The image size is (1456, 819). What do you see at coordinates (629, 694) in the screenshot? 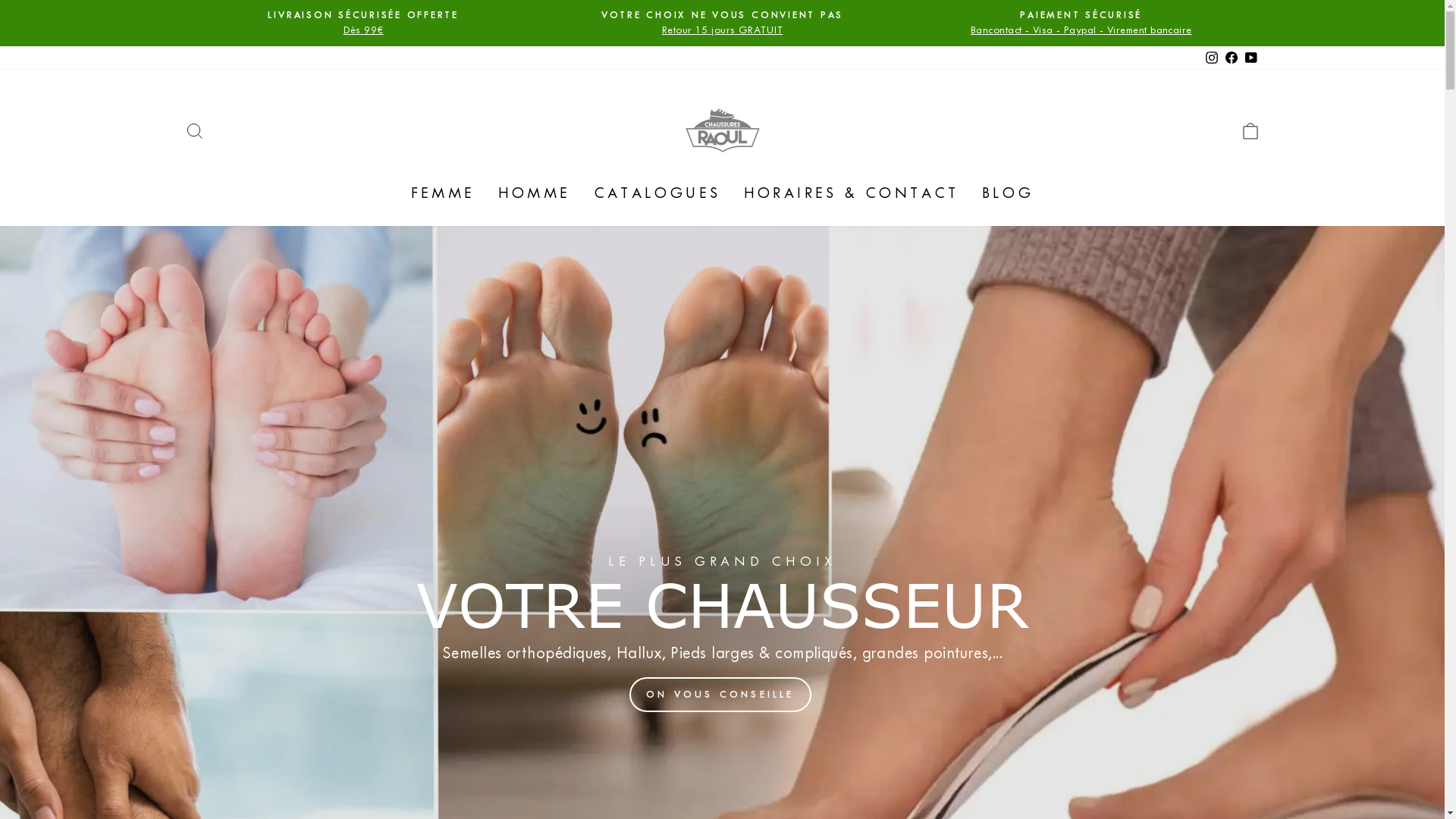
I see `'ON VOUS CONSEILLE'` at bounding box center [629, 694].